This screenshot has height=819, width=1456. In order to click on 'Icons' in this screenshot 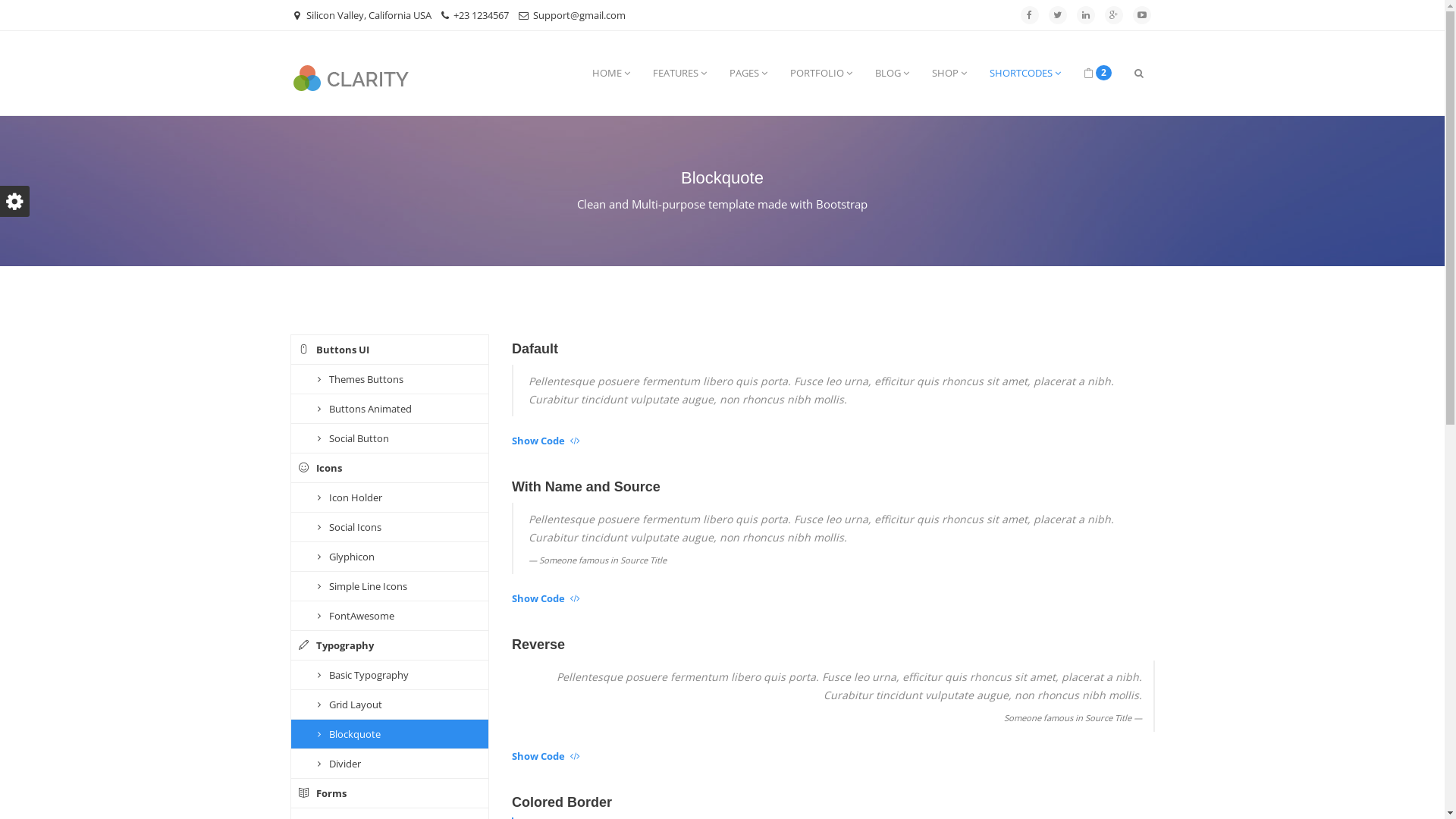, I will do `click(390, 467)`.